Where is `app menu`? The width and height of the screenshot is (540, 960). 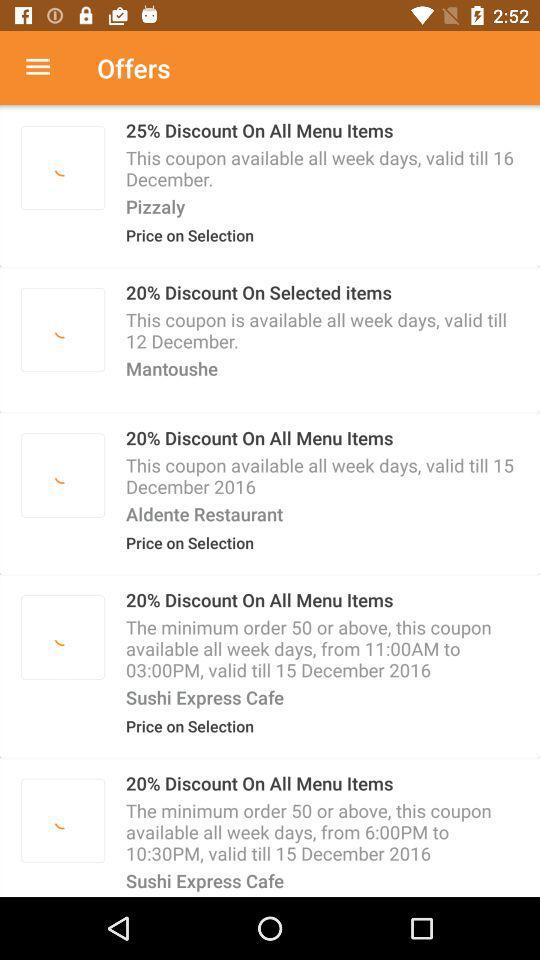
app menu is located at coordinates (48, 68).